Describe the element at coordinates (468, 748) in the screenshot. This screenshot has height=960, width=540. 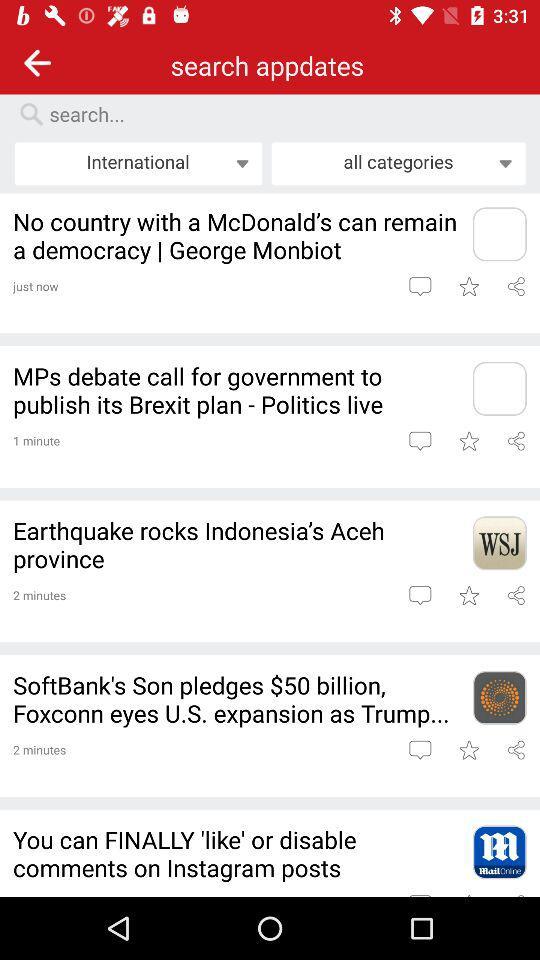
I see `to favourite option` at that location.